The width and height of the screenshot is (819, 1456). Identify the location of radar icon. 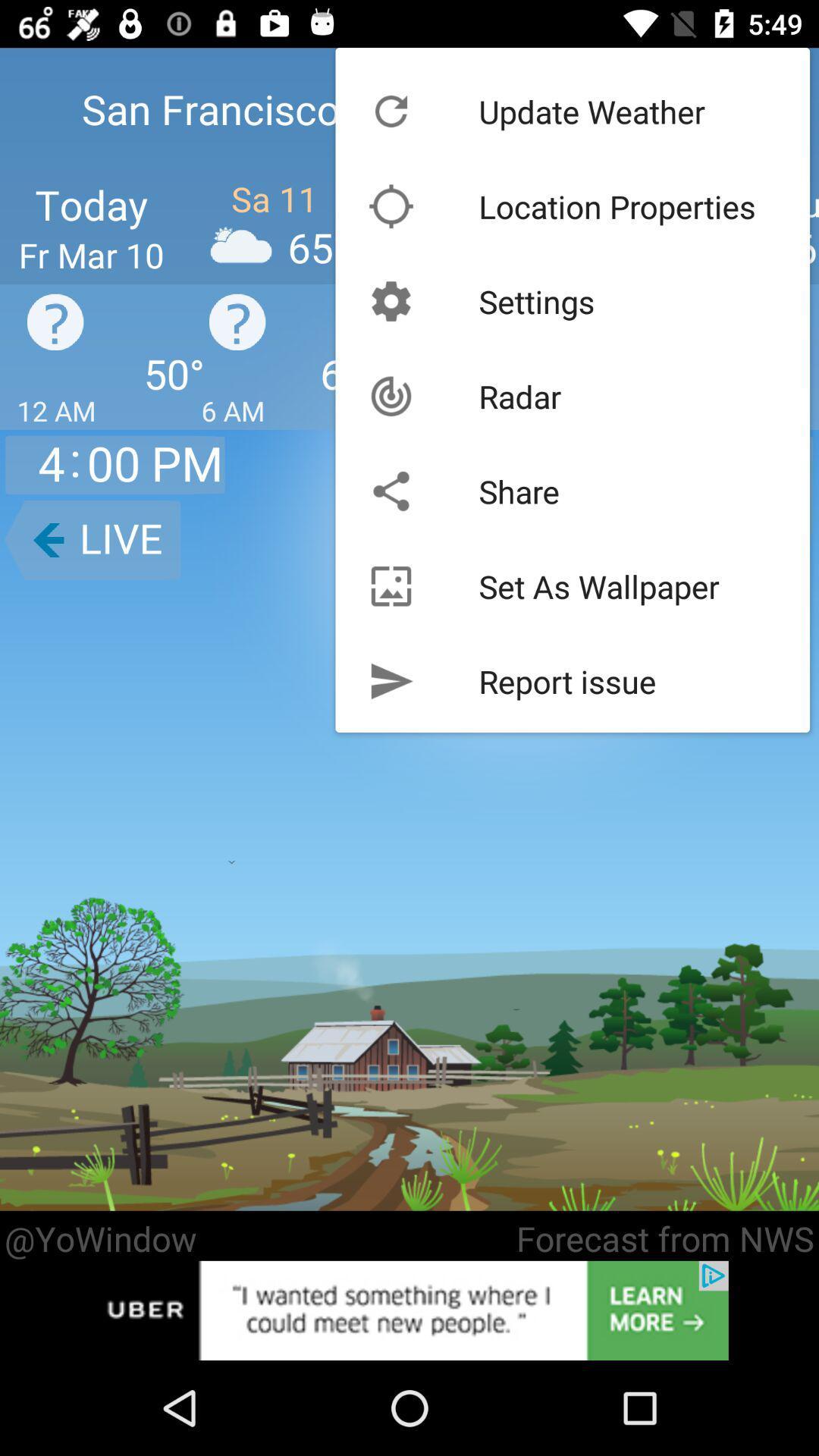
(519, 396).